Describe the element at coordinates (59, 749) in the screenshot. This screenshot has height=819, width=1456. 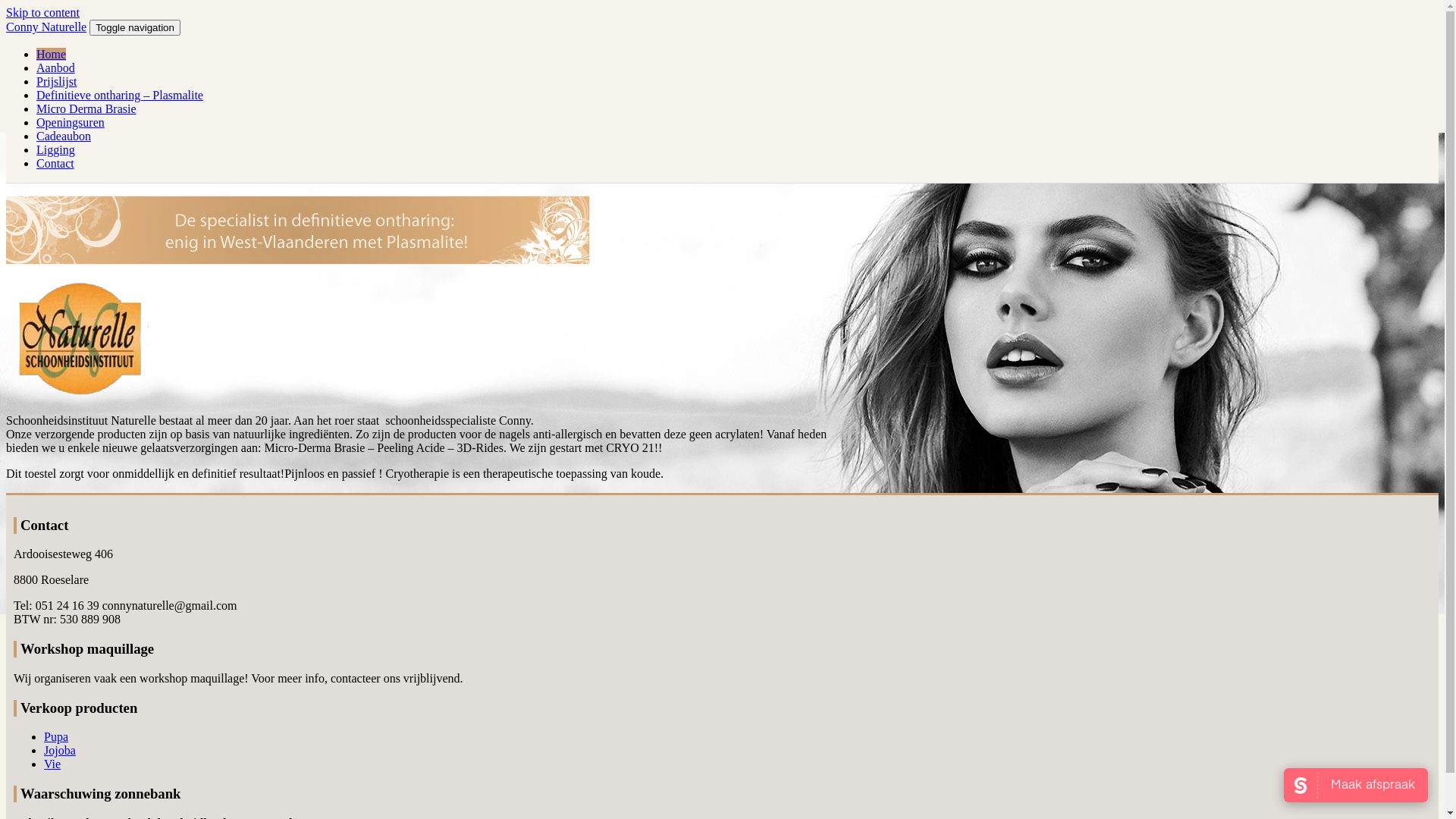
I see `'Jojoba'` at that location.